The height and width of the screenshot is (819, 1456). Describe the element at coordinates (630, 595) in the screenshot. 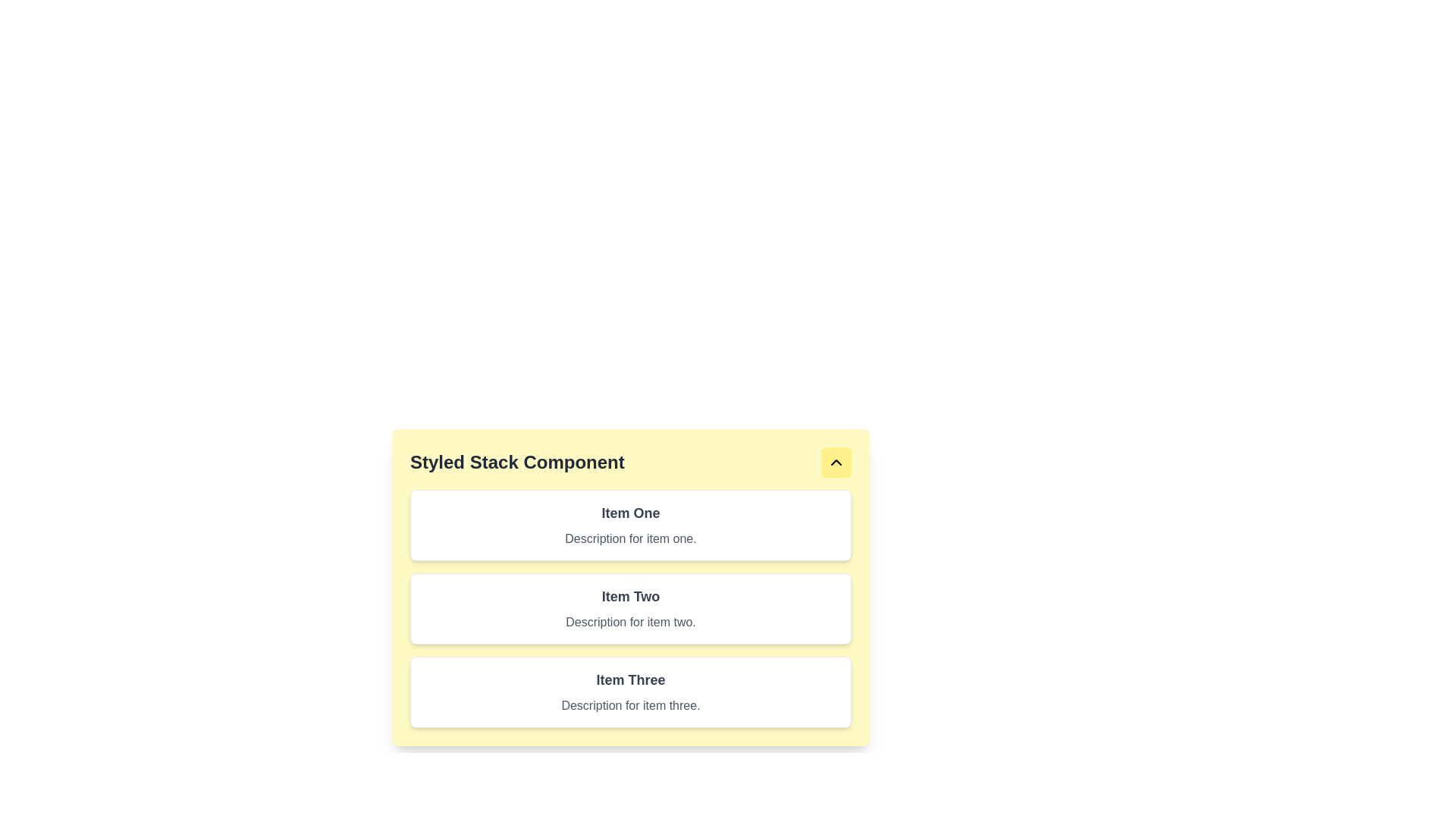

I see `the text label displaying 'Item Two', which is styled with a larger font size, bold weight, and gray color, located at the upper-left side of its containing box` at that location.